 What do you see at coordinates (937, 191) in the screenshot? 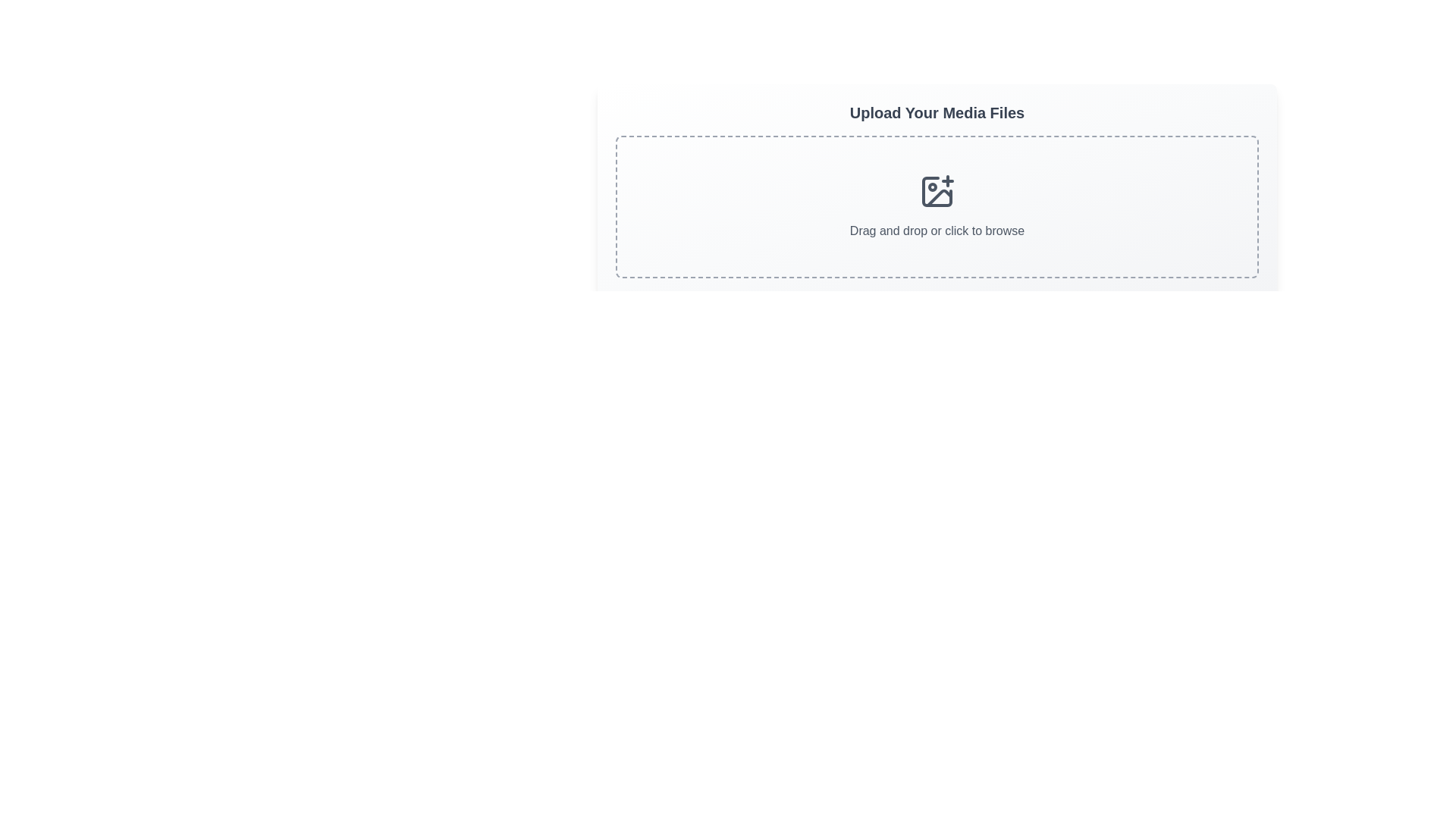
I see `the file upload icon, which is visually represented by an icon centered within a dashed-border area for uploading files` at bounding box center [937, 191].